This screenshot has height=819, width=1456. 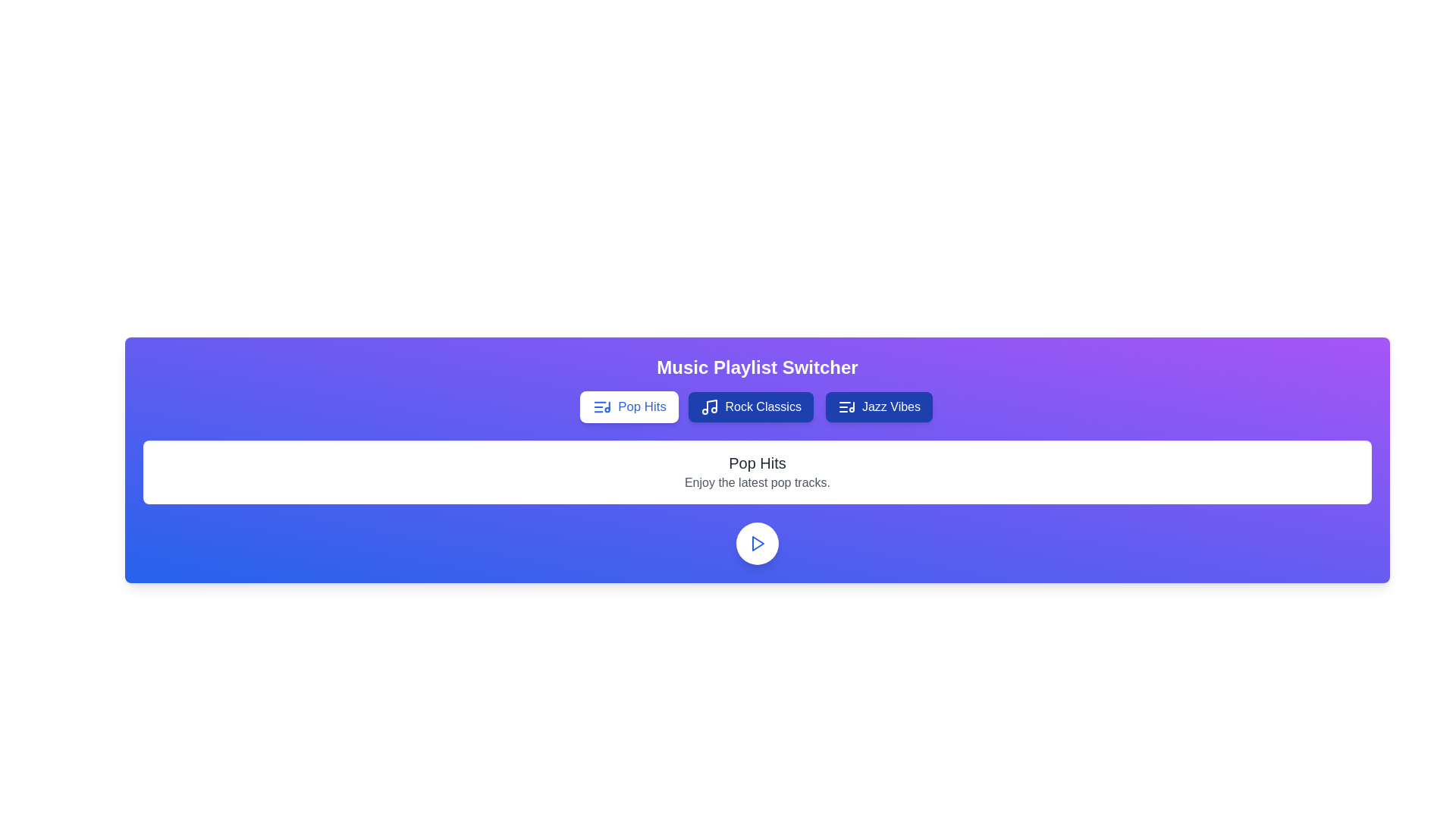 I want to click on the circular button with a white background and blue border, featuring a blue play icon, to initiate an action, so click(x=757, y=543).